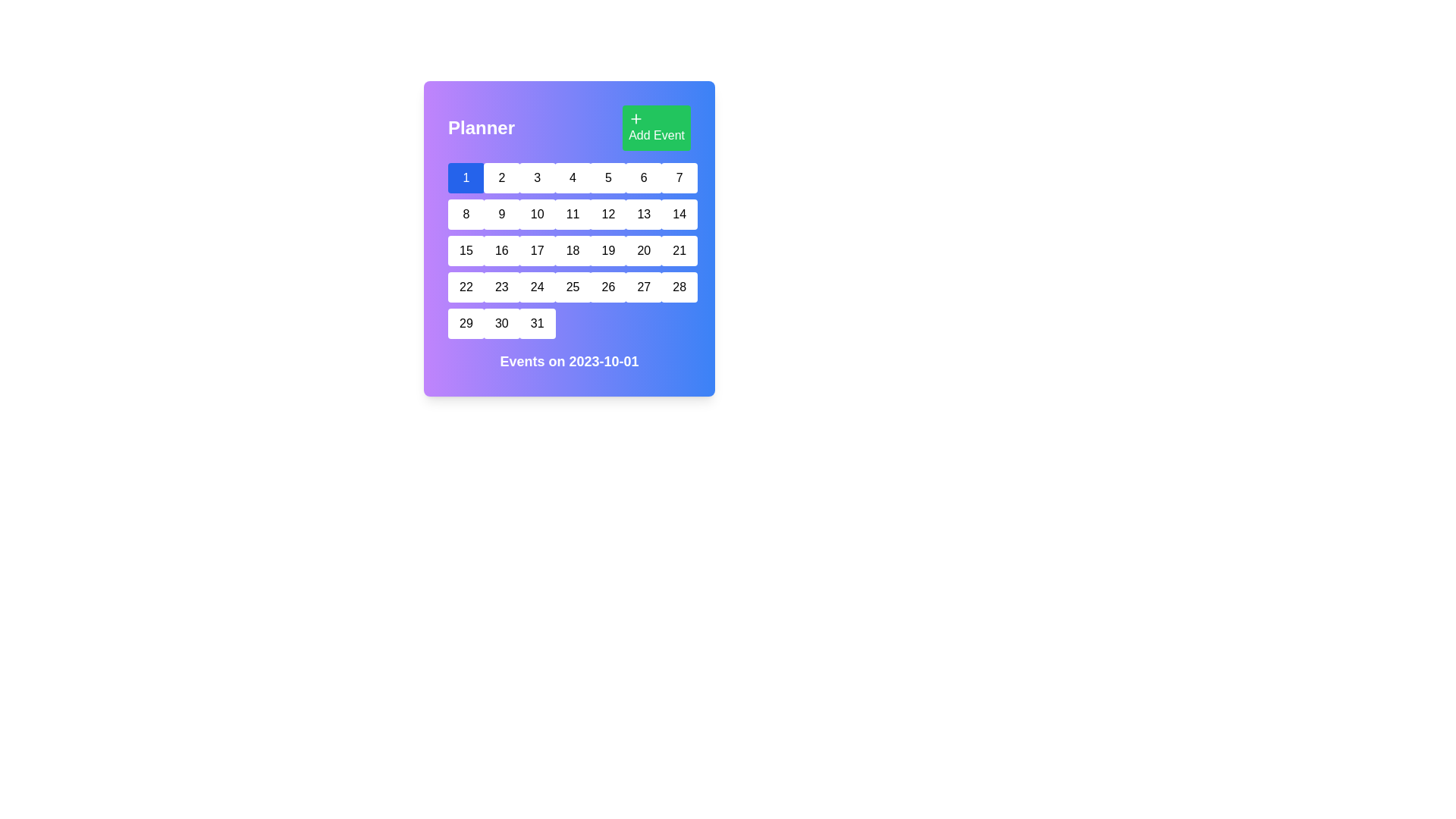  Describe the element at coordinates (537, 323) in the screenshot. I see `the button labeled '31' in the calendar grid` at that location.